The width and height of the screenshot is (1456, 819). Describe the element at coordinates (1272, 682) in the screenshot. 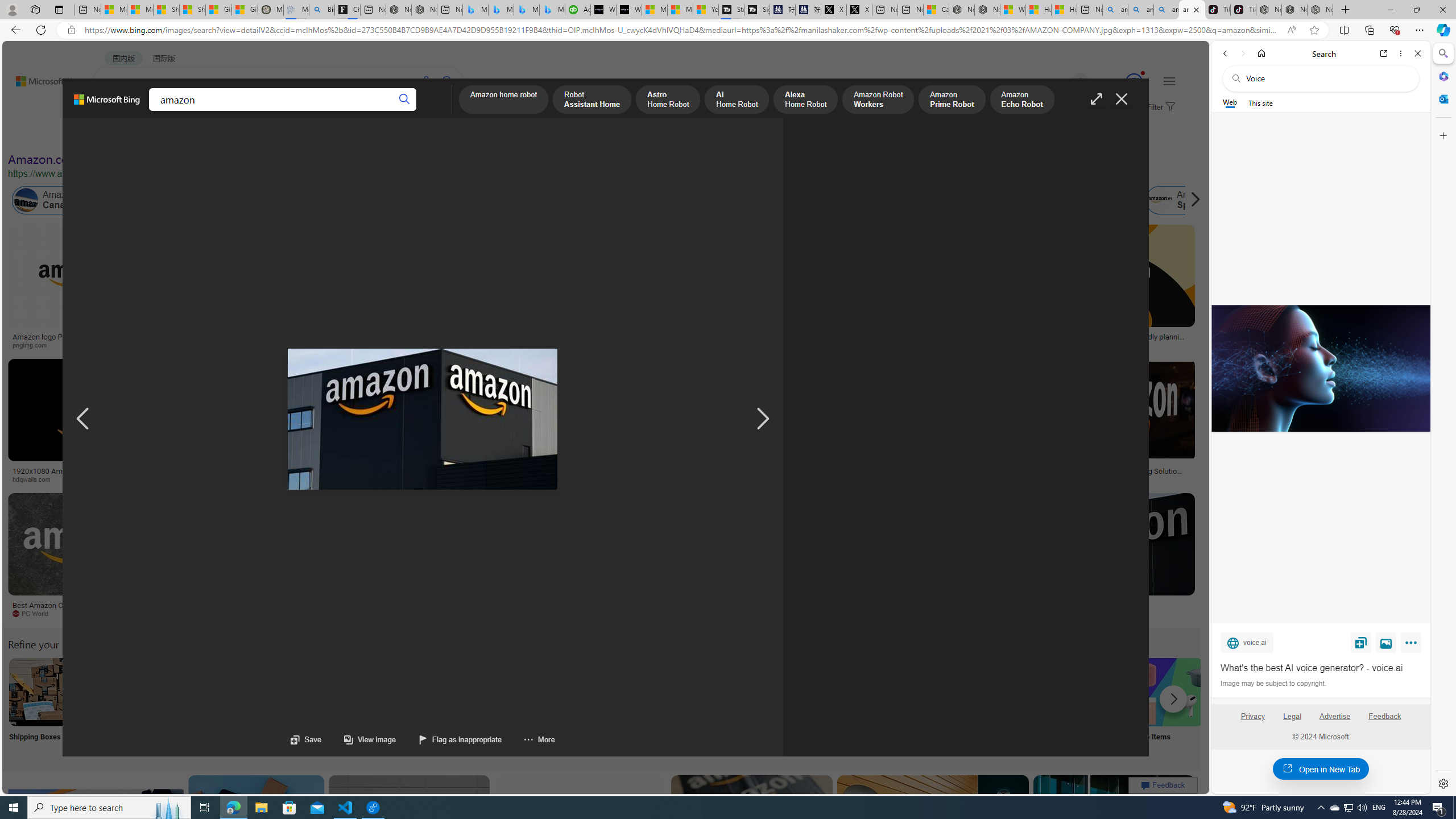

I see `'Image may be subject to copyright.'` at that location.